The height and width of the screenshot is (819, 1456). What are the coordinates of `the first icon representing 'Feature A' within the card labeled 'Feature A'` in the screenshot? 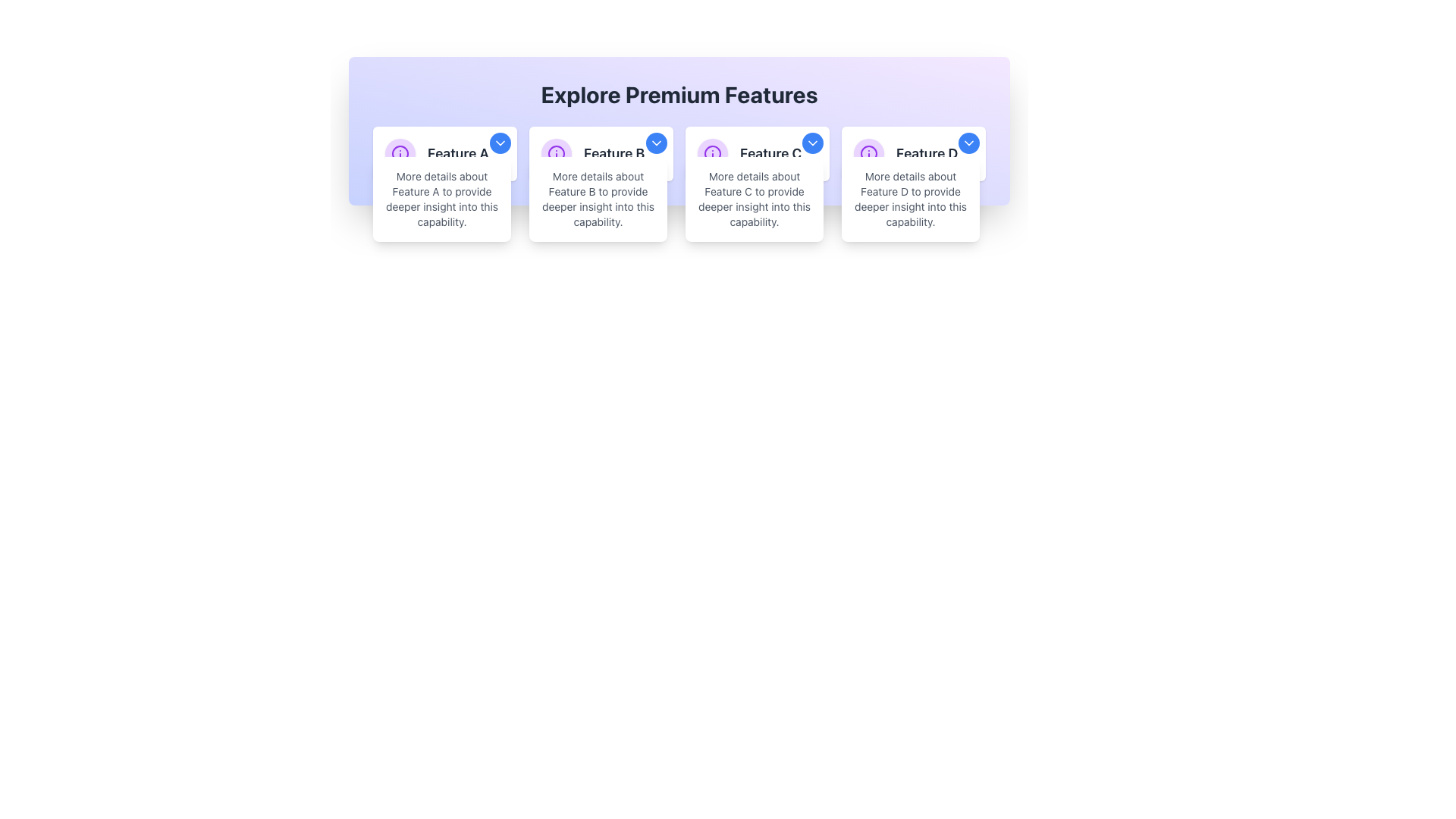 It's located at (400, 154).